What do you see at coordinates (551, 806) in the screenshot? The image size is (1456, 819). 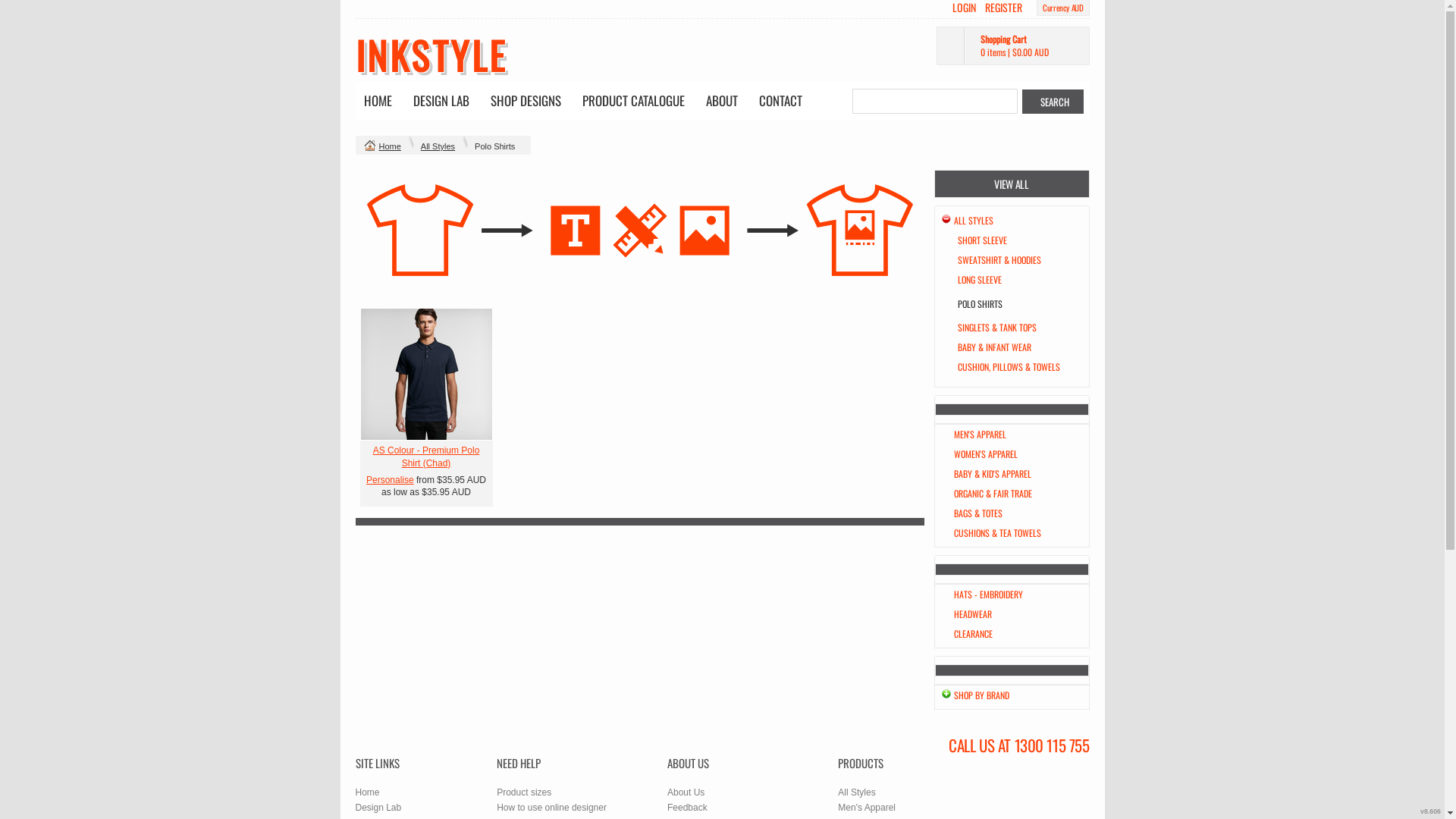 I see `'How to use online designer'` at bounding box center [551, 806].